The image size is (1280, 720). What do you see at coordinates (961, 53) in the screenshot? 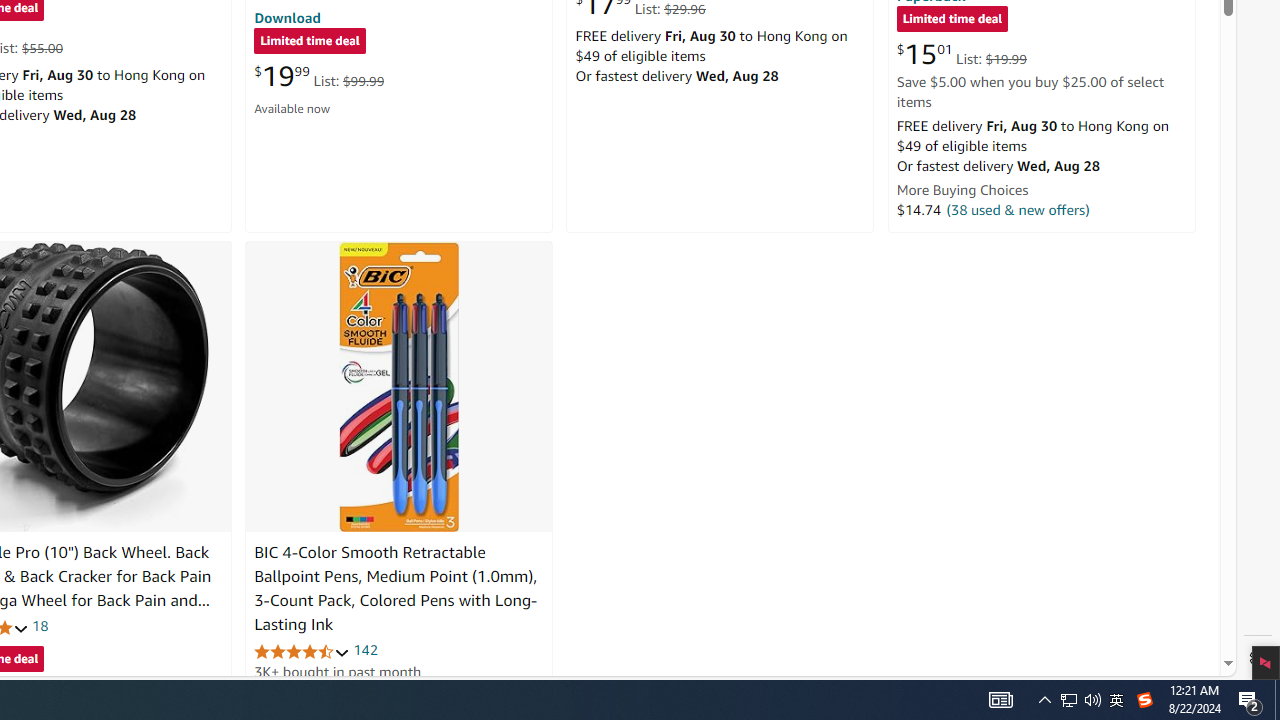
I see `'$15.01 List: $19.99'` at bounding box center [961, 53].